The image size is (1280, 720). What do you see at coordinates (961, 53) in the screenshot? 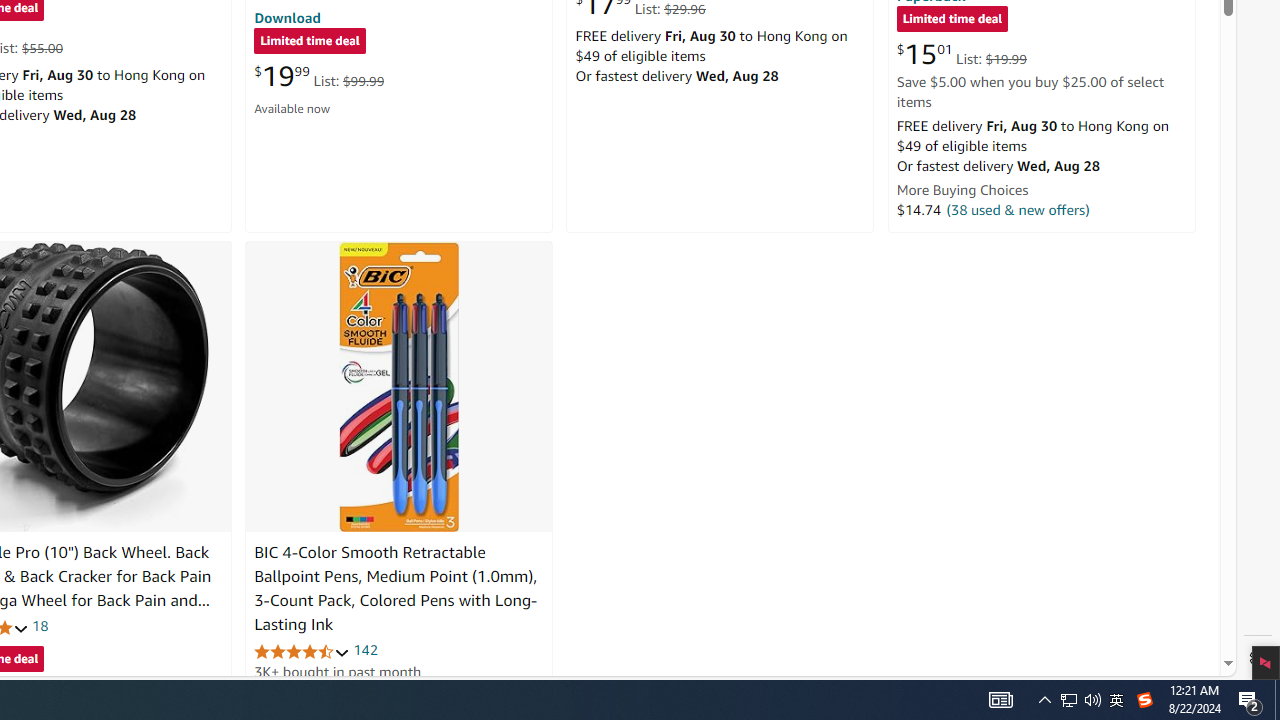
I see `'$15.01 List: $19.99'` at bounding box center [961, 53].